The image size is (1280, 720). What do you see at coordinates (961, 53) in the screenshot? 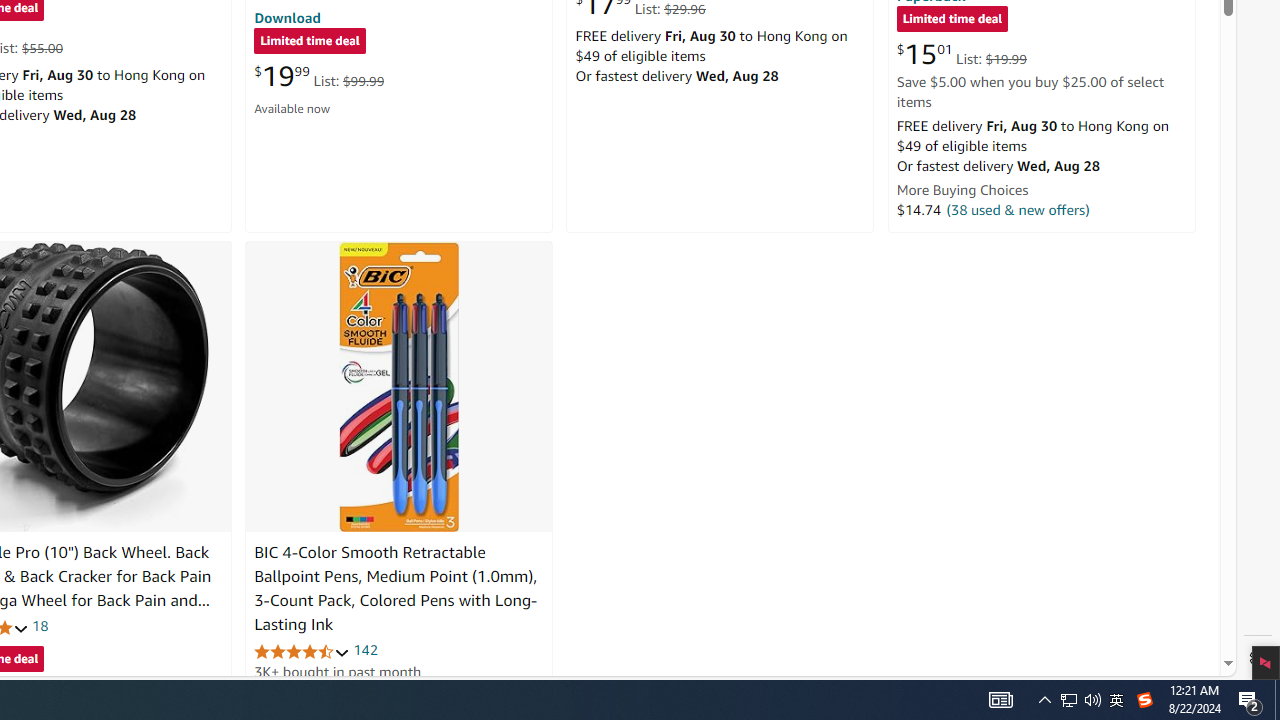
I see `'$15.01 List: $19.99'` at bounding box center [961, 53].